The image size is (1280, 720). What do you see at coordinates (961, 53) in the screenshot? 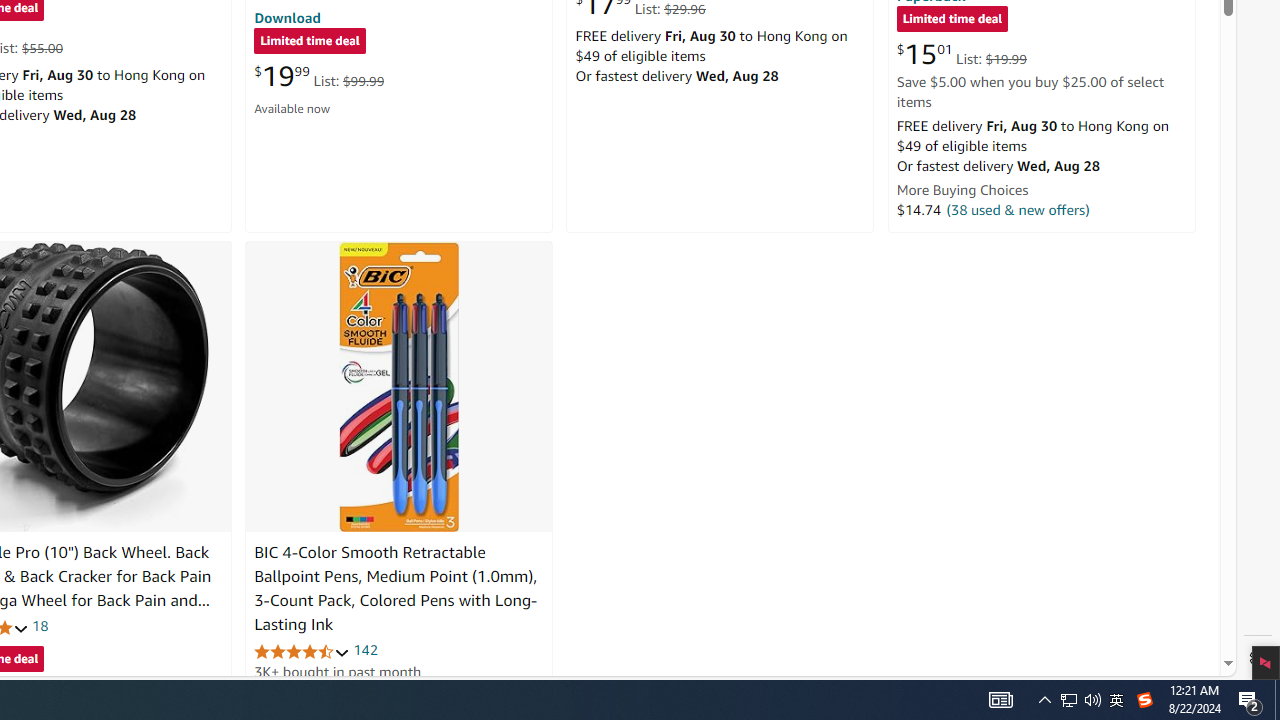
I see `'$15.01 List: $19.99'` at bounding box center [961, 53].